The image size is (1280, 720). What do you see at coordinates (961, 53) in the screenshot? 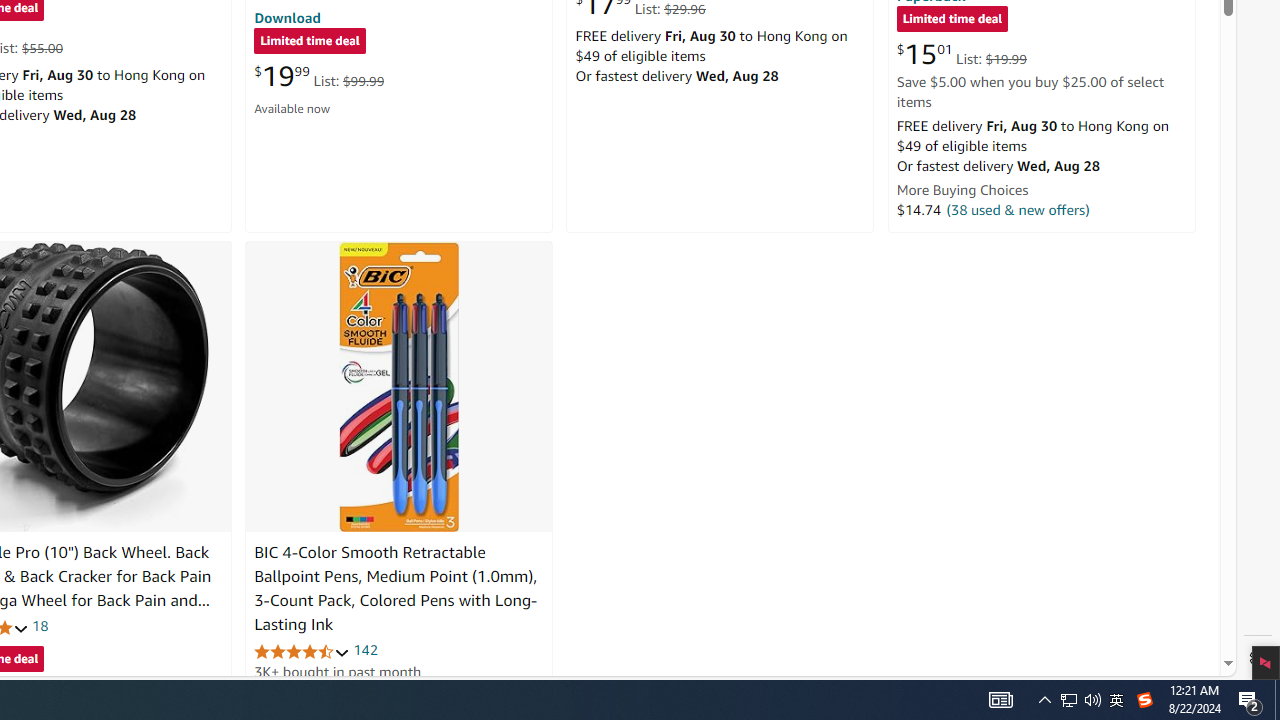
I see `'$15.01 List: $19.99'` at bounding box center [961, 53].